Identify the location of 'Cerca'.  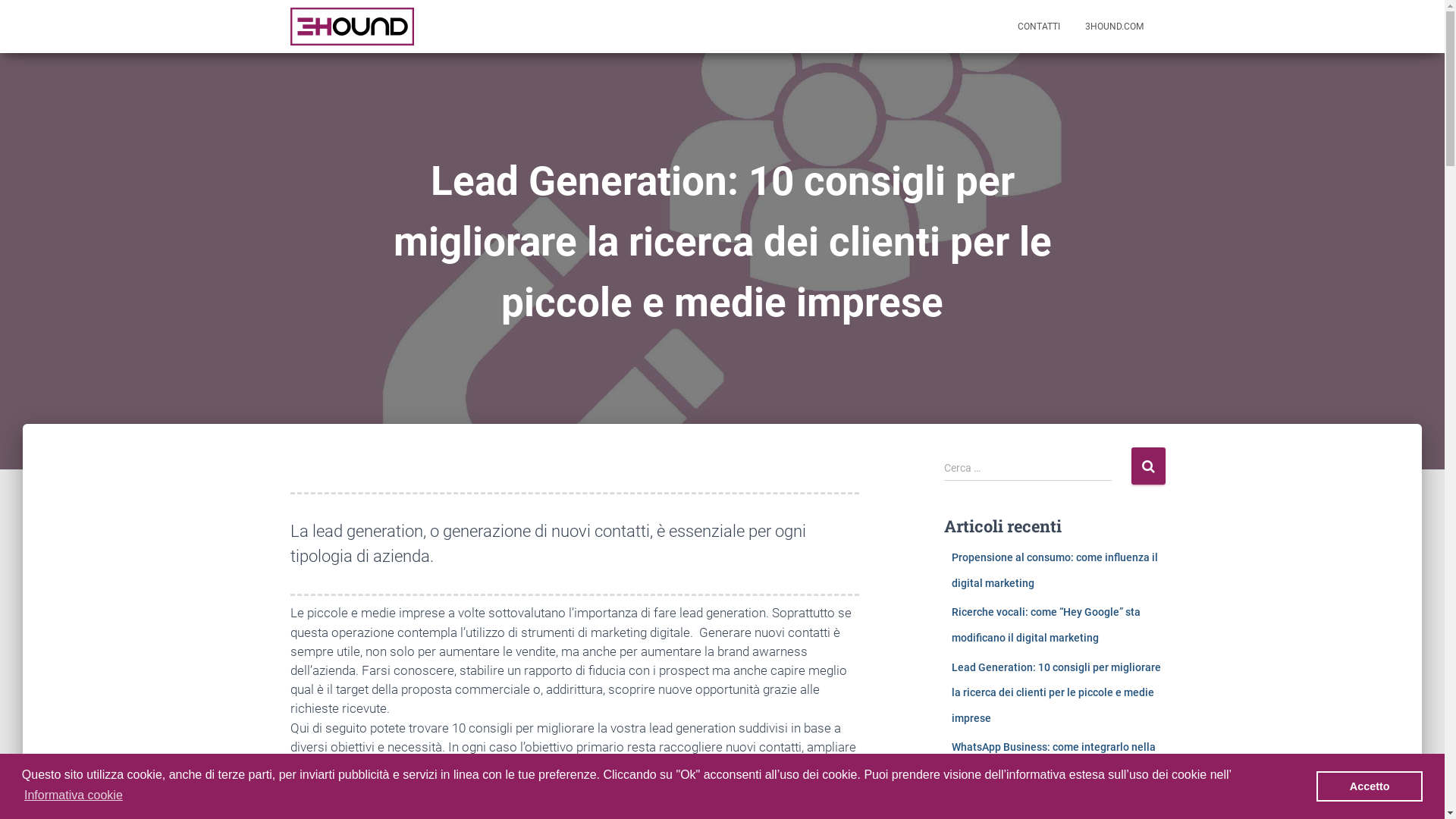
(1148, 465).